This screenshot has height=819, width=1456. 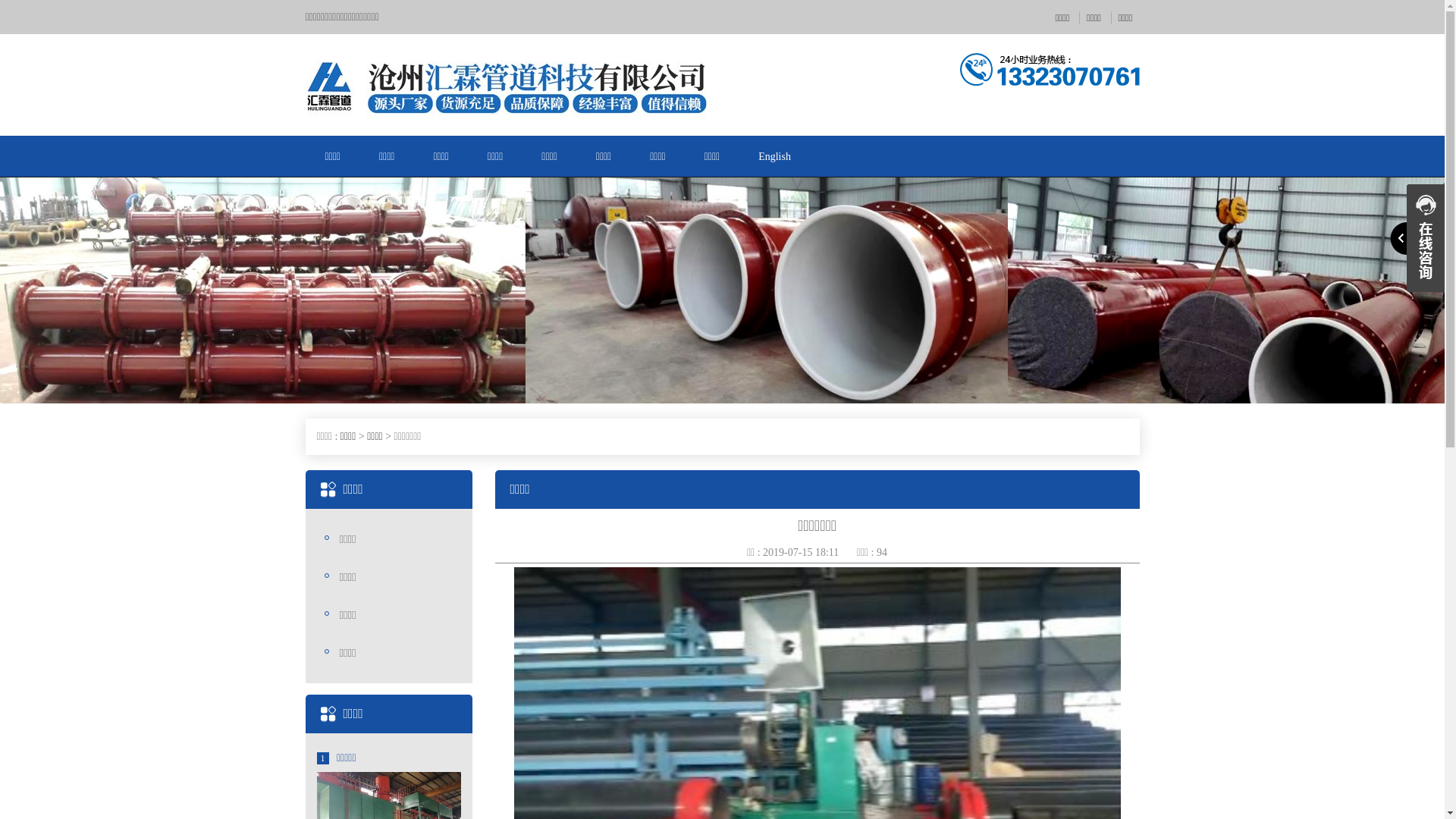 What do you see at coordinates (739, 156) in the screenshot?
I see `'English'` at bounding box center [739, 156].